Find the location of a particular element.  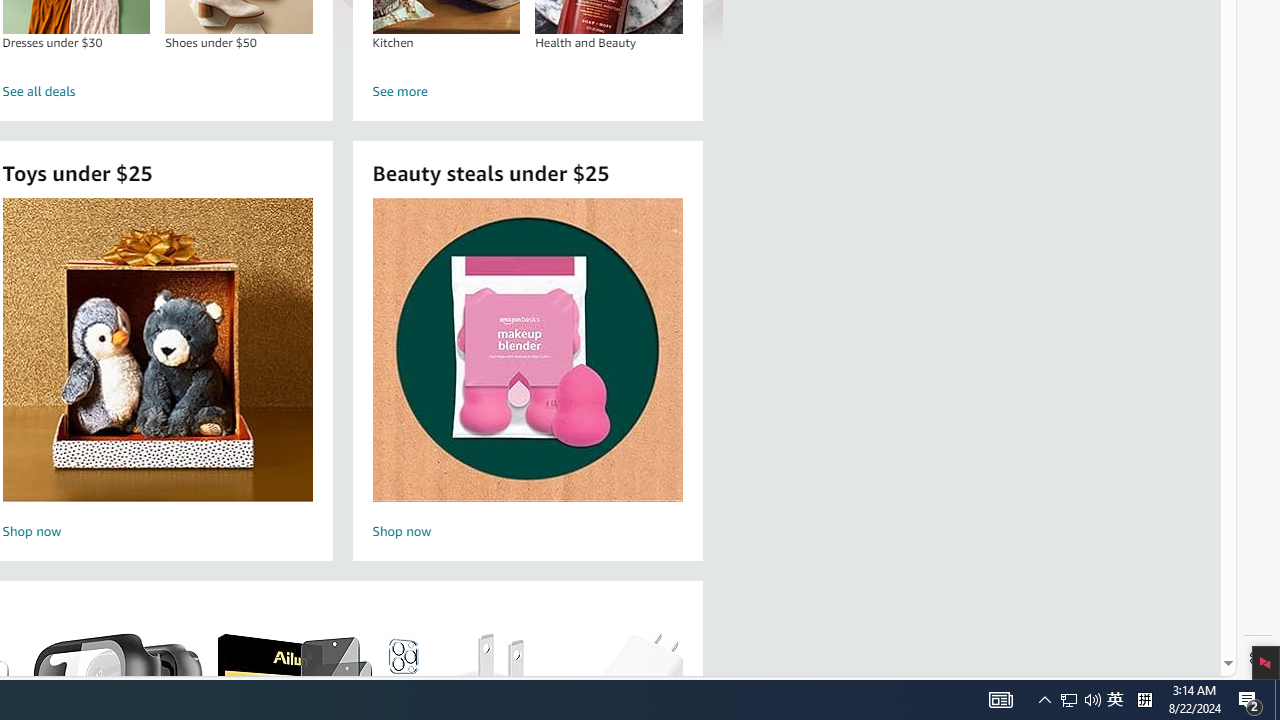

'Beauty steals under $25 Shop now' is located at coordinates (527, 371).